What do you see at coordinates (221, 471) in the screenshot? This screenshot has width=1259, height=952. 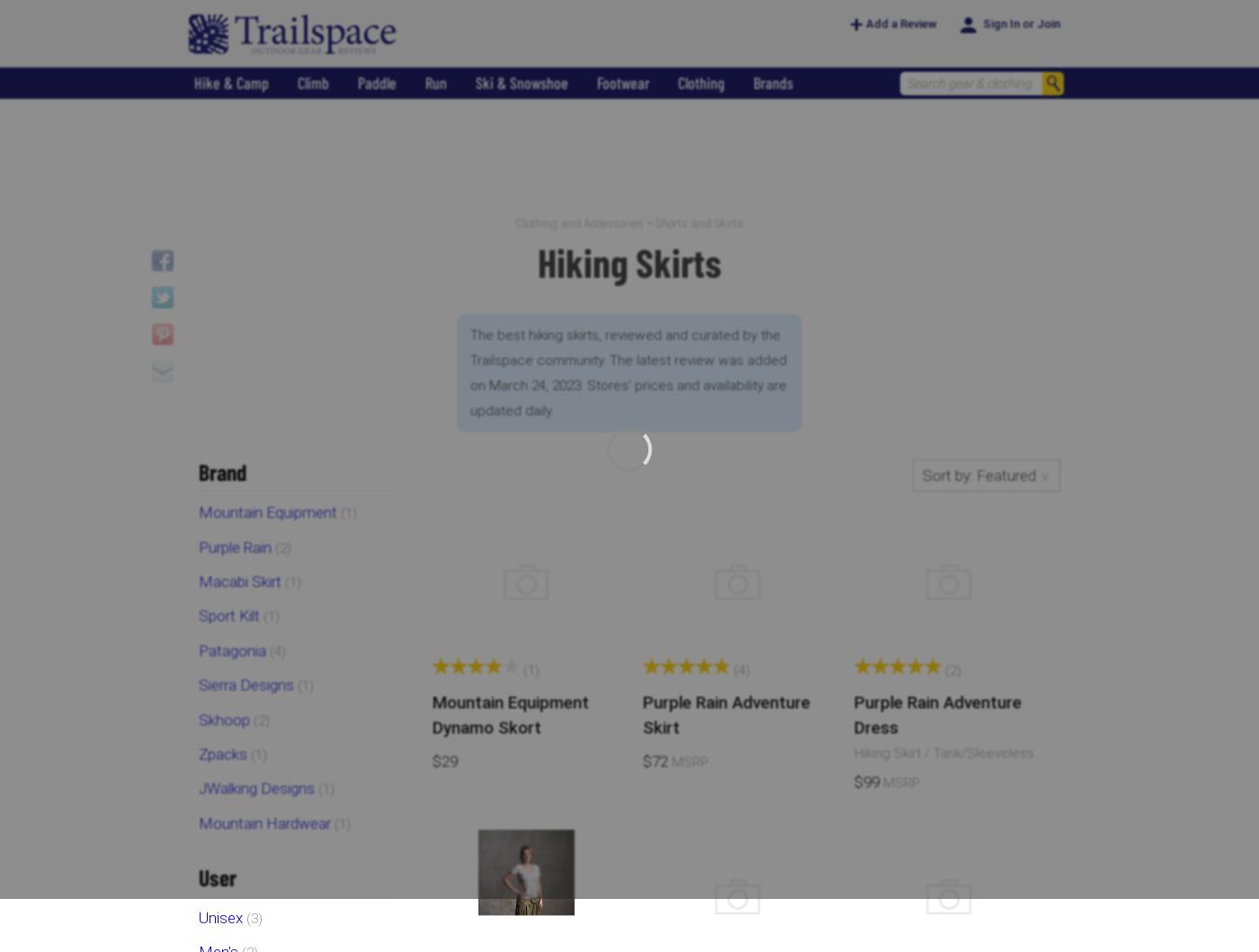 I see `'Brand'` at bounding box center [221, 471].